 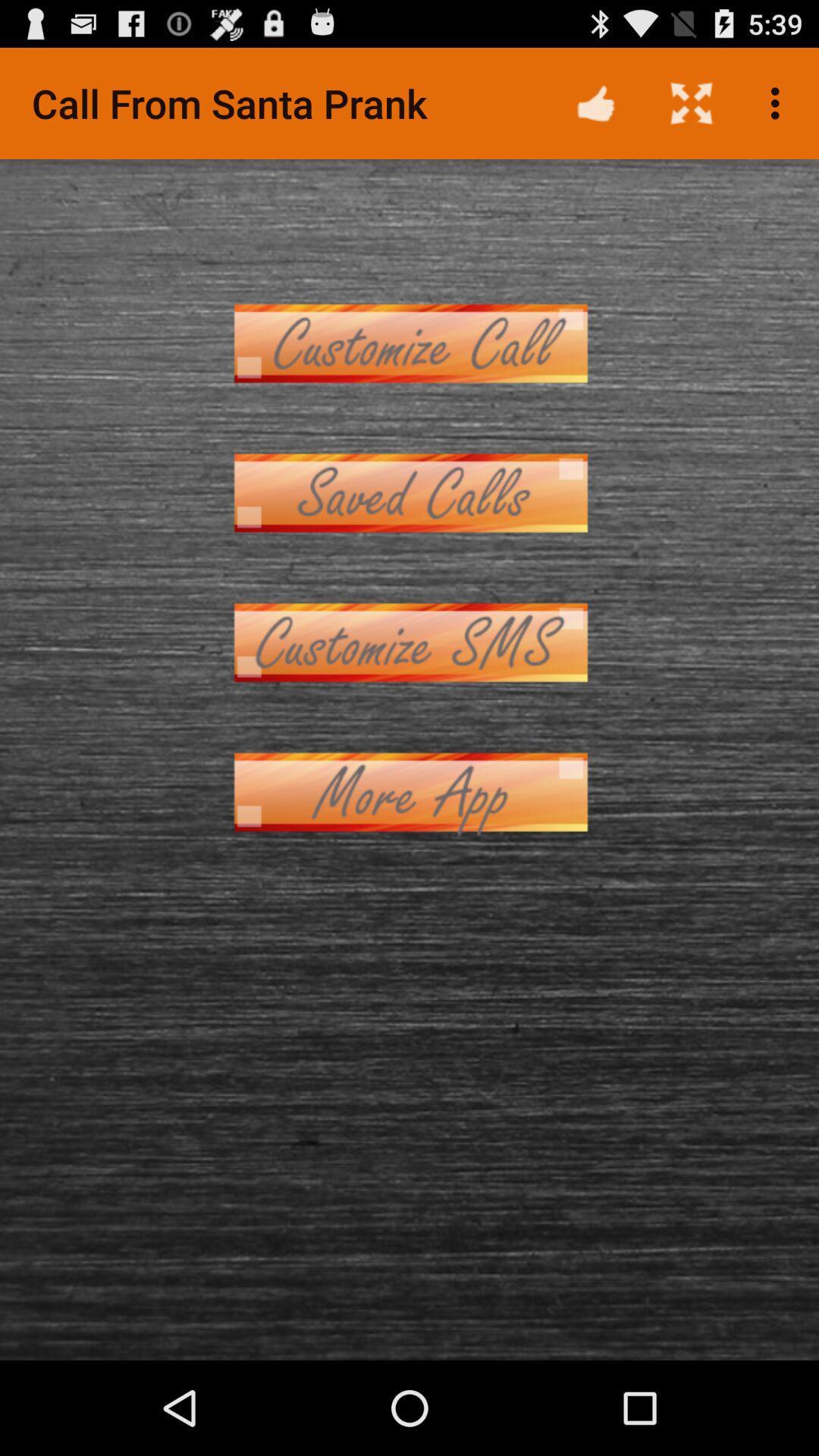 I want to click on icon to the right of call from santa app, so click(x=595, y=102).